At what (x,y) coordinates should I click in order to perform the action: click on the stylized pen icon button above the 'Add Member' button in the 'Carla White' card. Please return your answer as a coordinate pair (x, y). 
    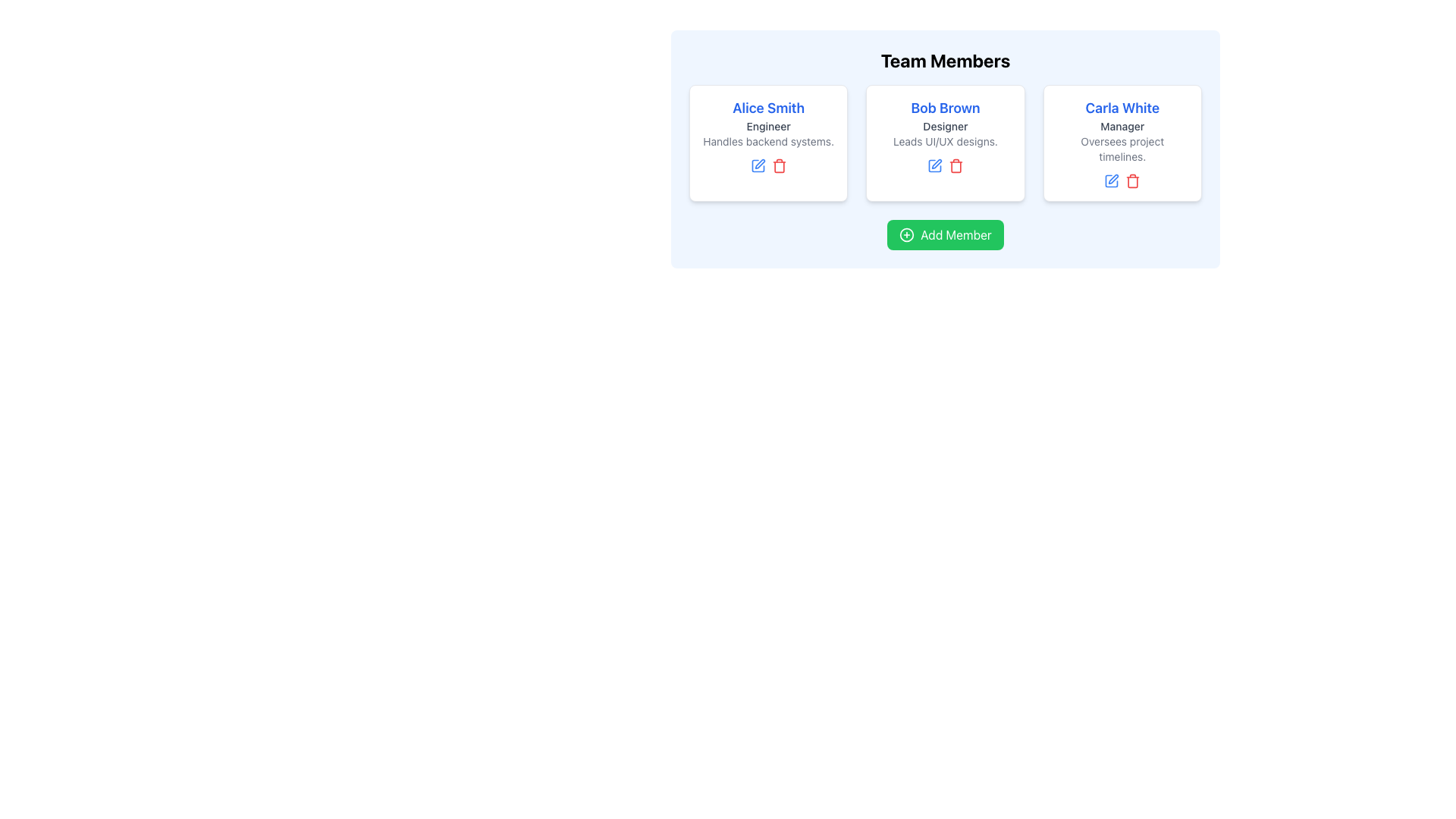
    Looking at the image, I should click on (1113, 178).